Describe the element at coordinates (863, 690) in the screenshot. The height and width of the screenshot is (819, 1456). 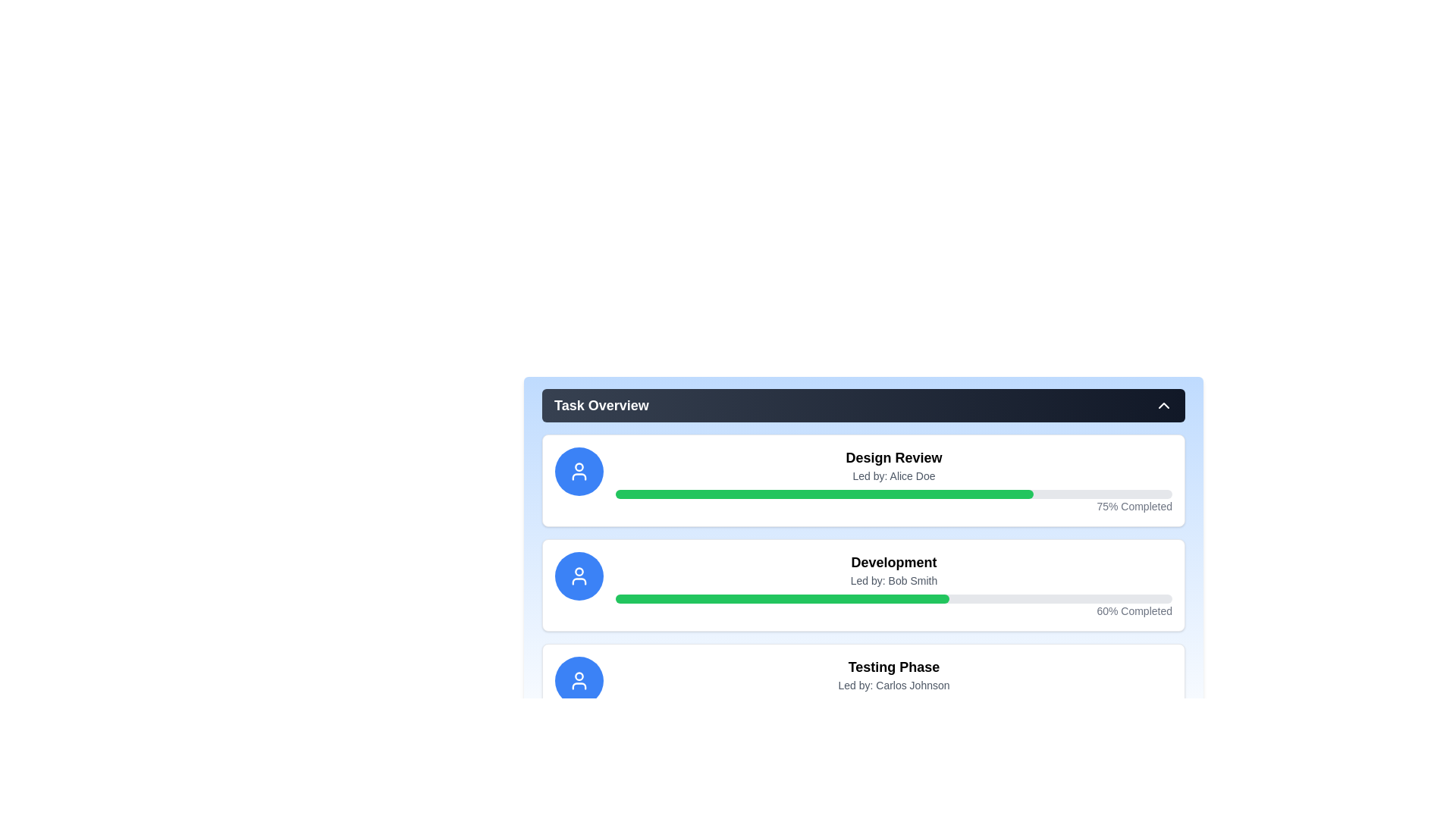
I see `progress information from the Task panel showing '85% Completed' which is located at the bottom of the task list and is the last panel with a circular blue user icon on the left and the title 'Testing Phase'` at that location.